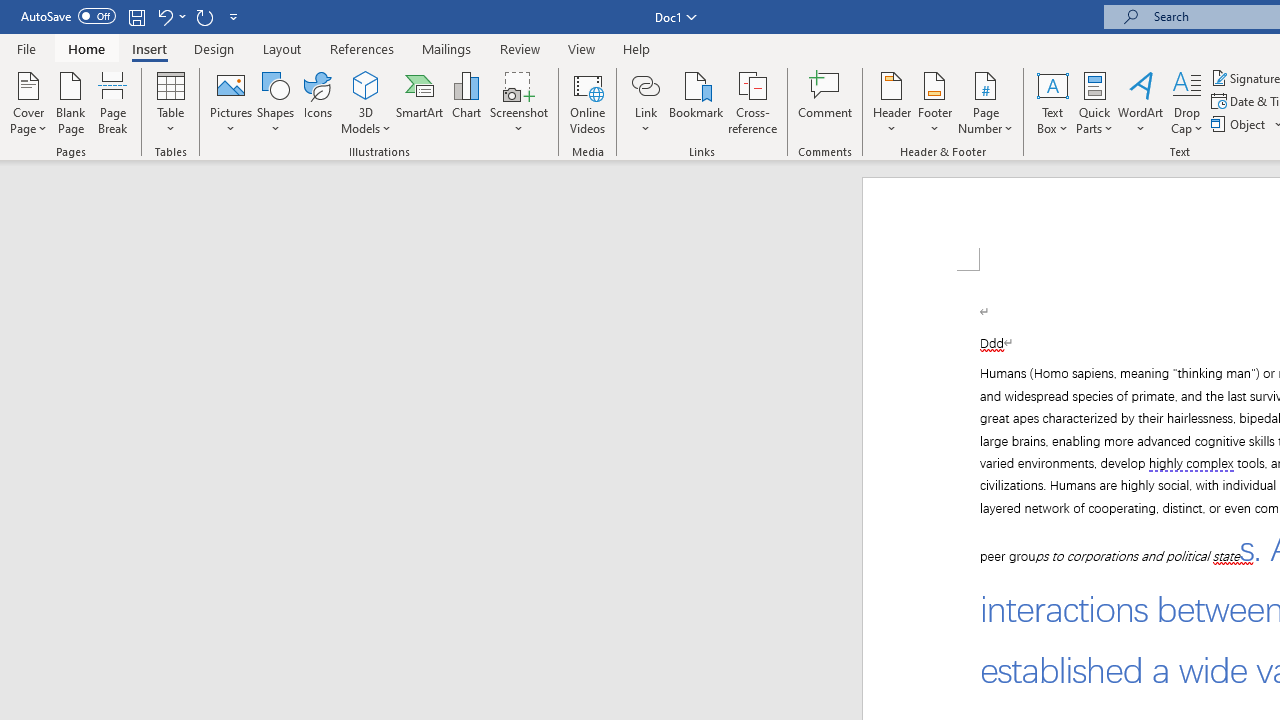 The image size is (1280, 720). I want to click on 'Cross-reference...', so click(751, 103).